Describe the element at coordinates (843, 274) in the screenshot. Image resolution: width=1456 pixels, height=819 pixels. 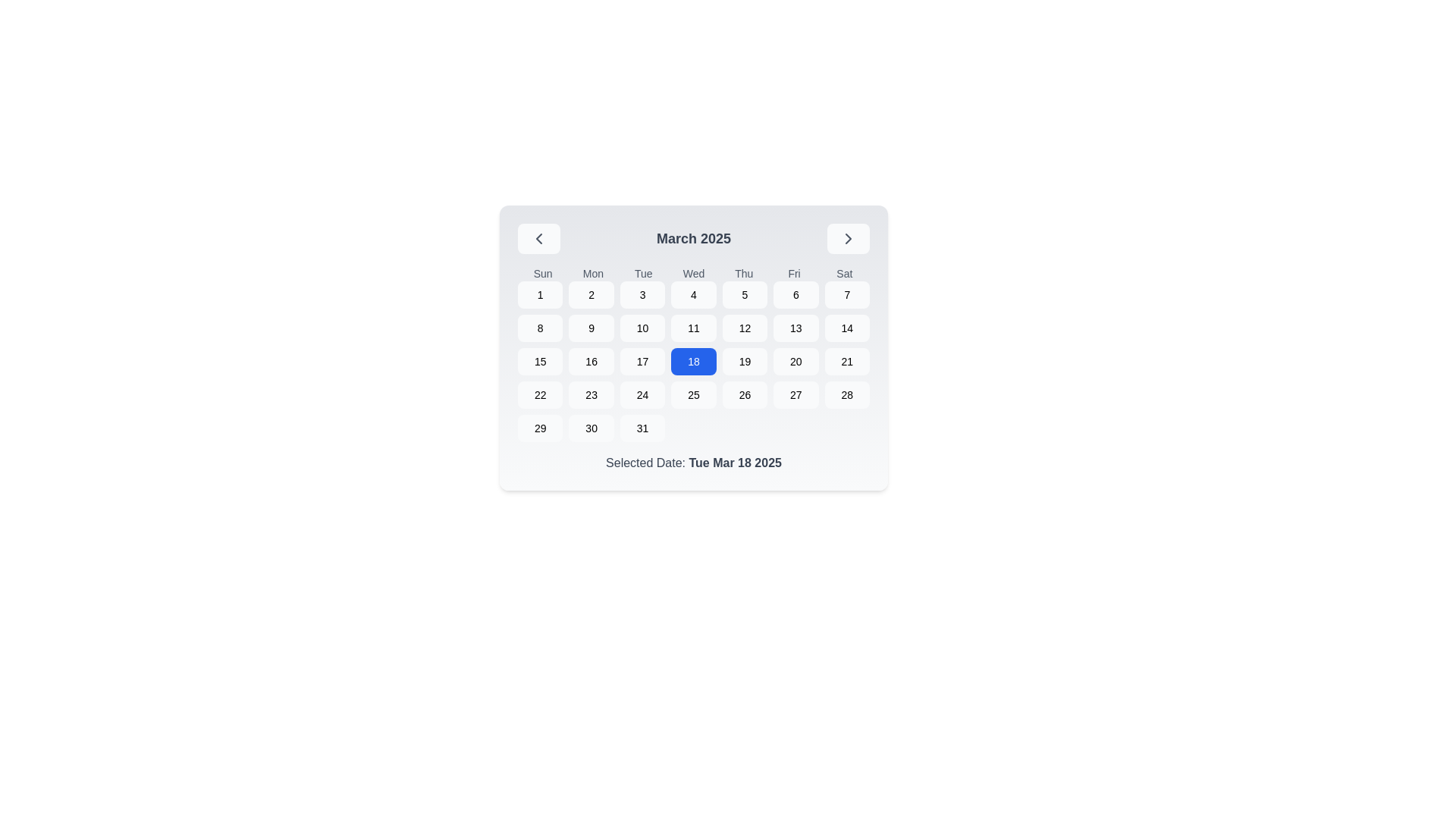
I see `the static text label displaying 'Sat', which is the last element in a row of day labels above the calendar grid` at that location.